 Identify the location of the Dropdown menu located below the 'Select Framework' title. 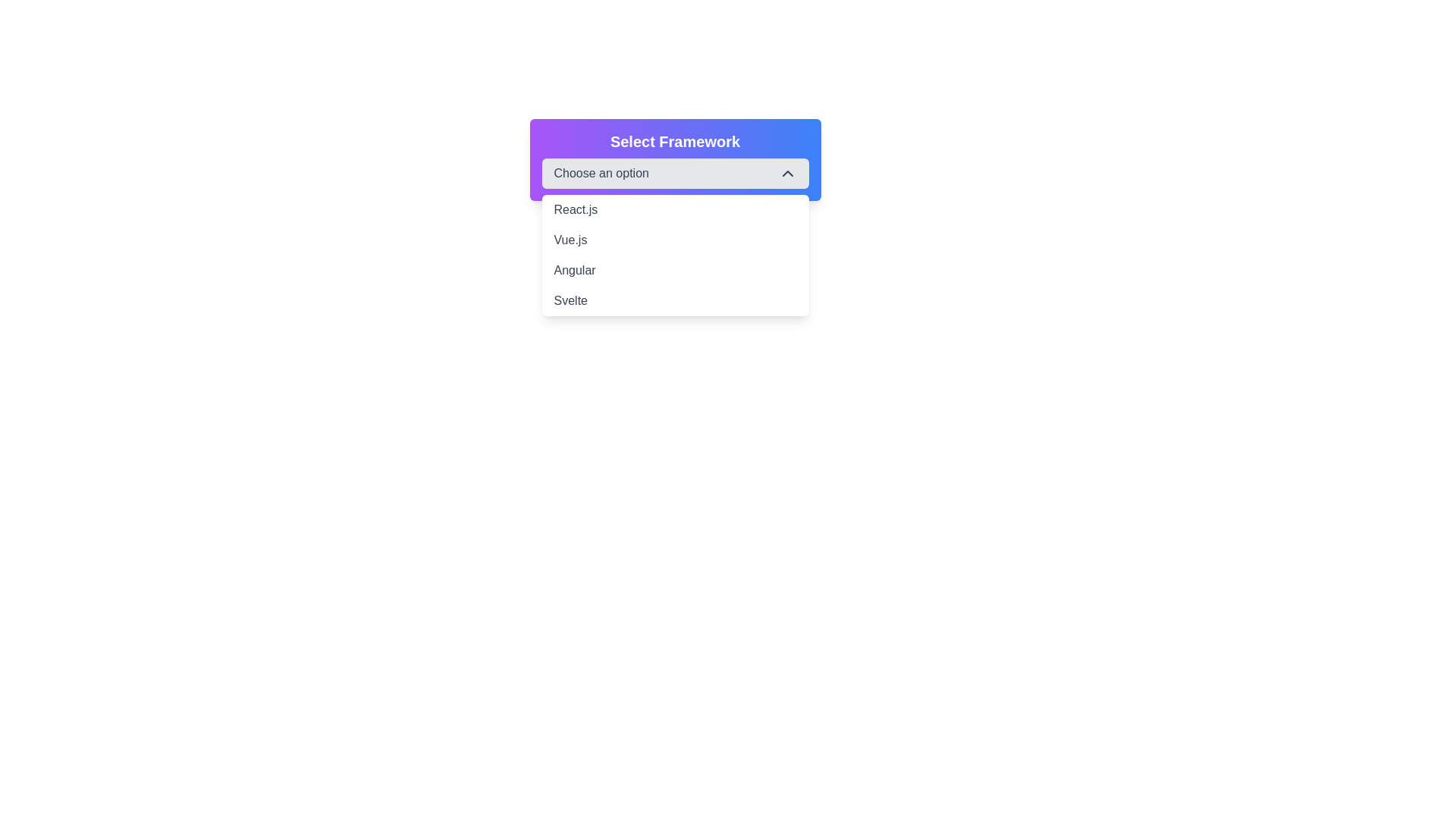
(674, 172).